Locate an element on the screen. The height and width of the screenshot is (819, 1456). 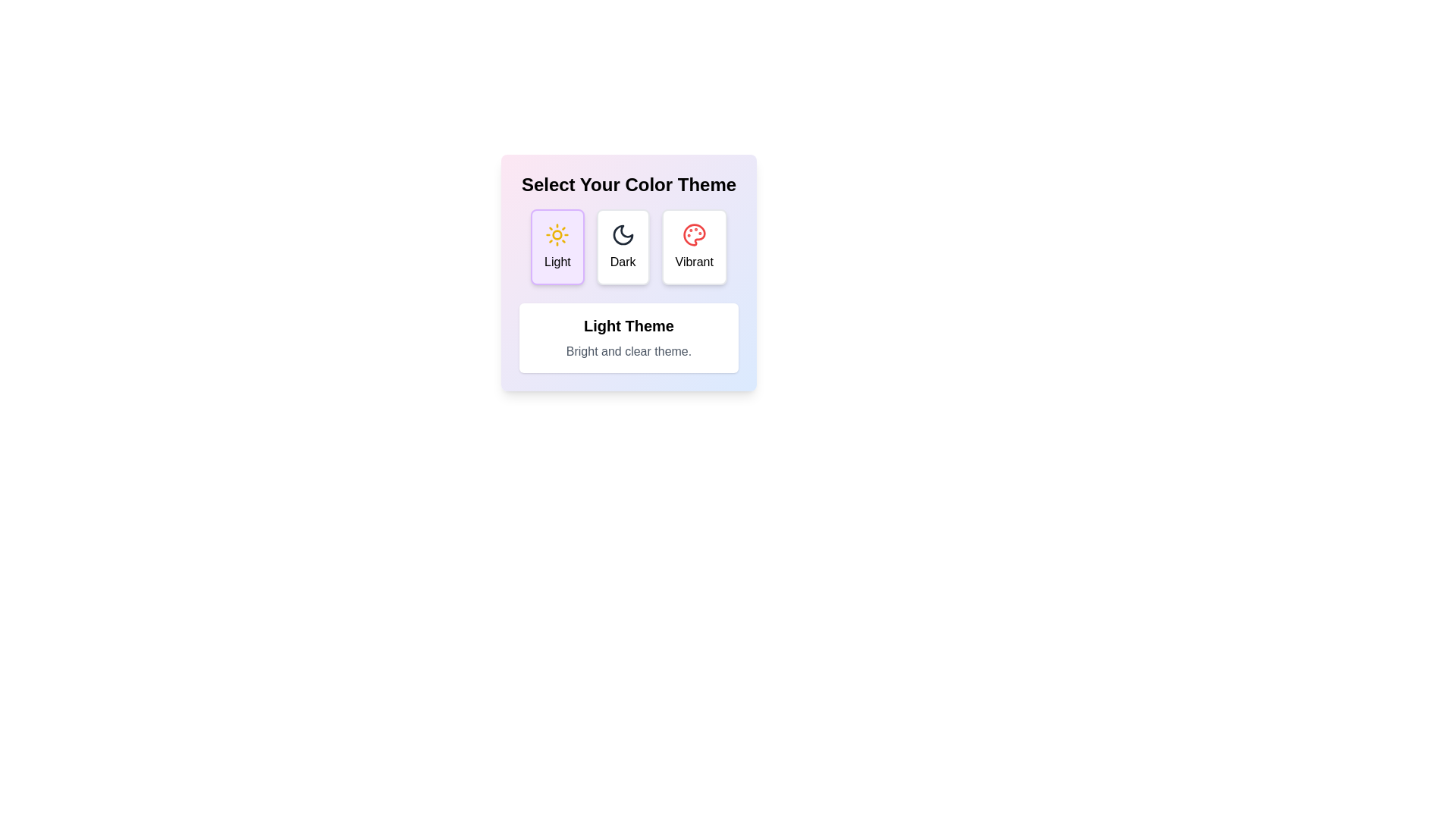
the crescent moon icon representing the dark mode selection in the thematic selection interface labeled 'Dark' is located at coordinates (623, 234).